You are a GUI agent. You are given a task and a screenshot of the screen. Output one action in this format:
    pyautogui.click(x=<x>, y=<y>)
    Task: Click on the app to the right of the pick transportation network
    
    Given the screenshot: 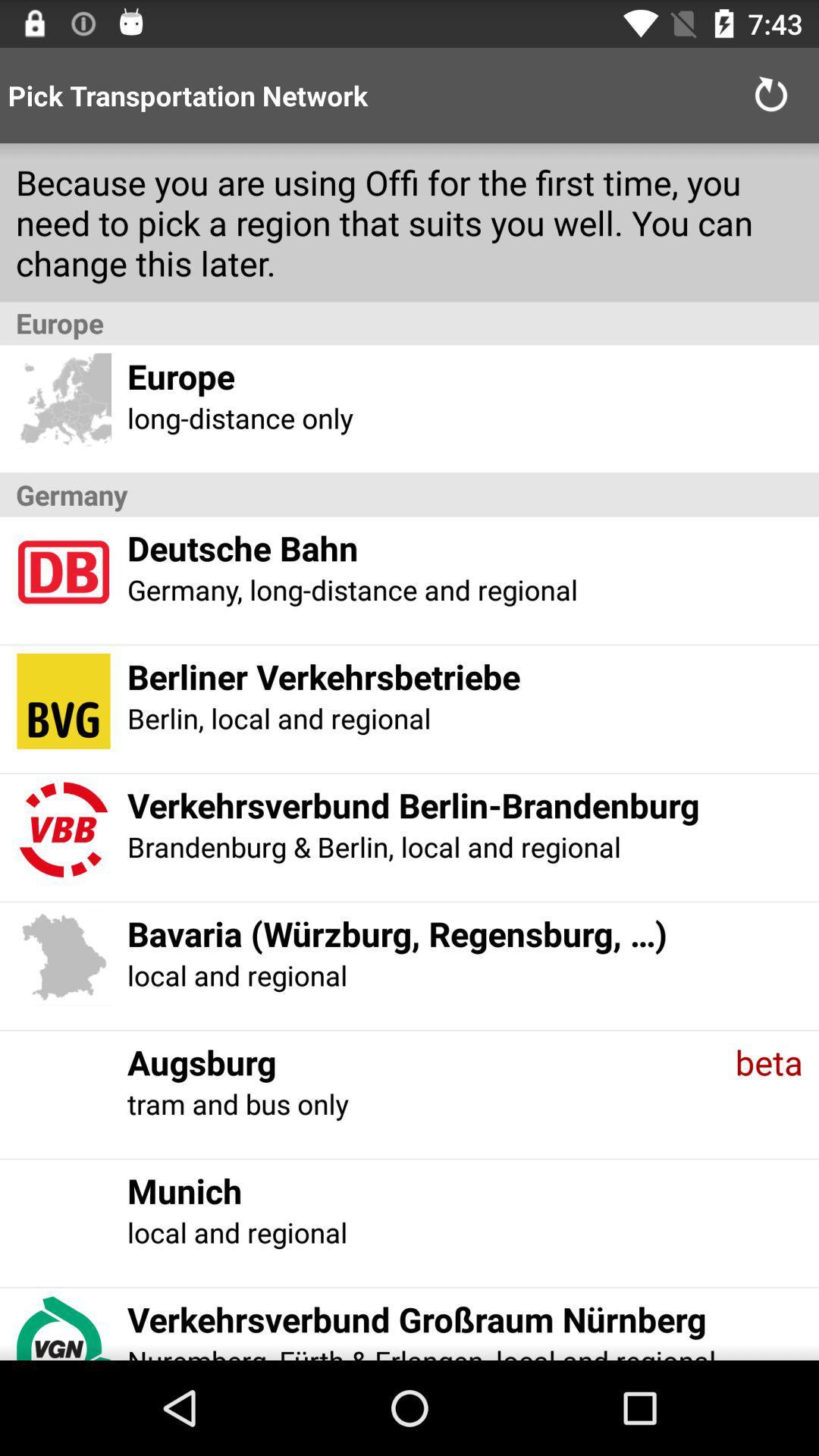 What is the action you would take?
    pyautogui.click(x=771, y=94)
    